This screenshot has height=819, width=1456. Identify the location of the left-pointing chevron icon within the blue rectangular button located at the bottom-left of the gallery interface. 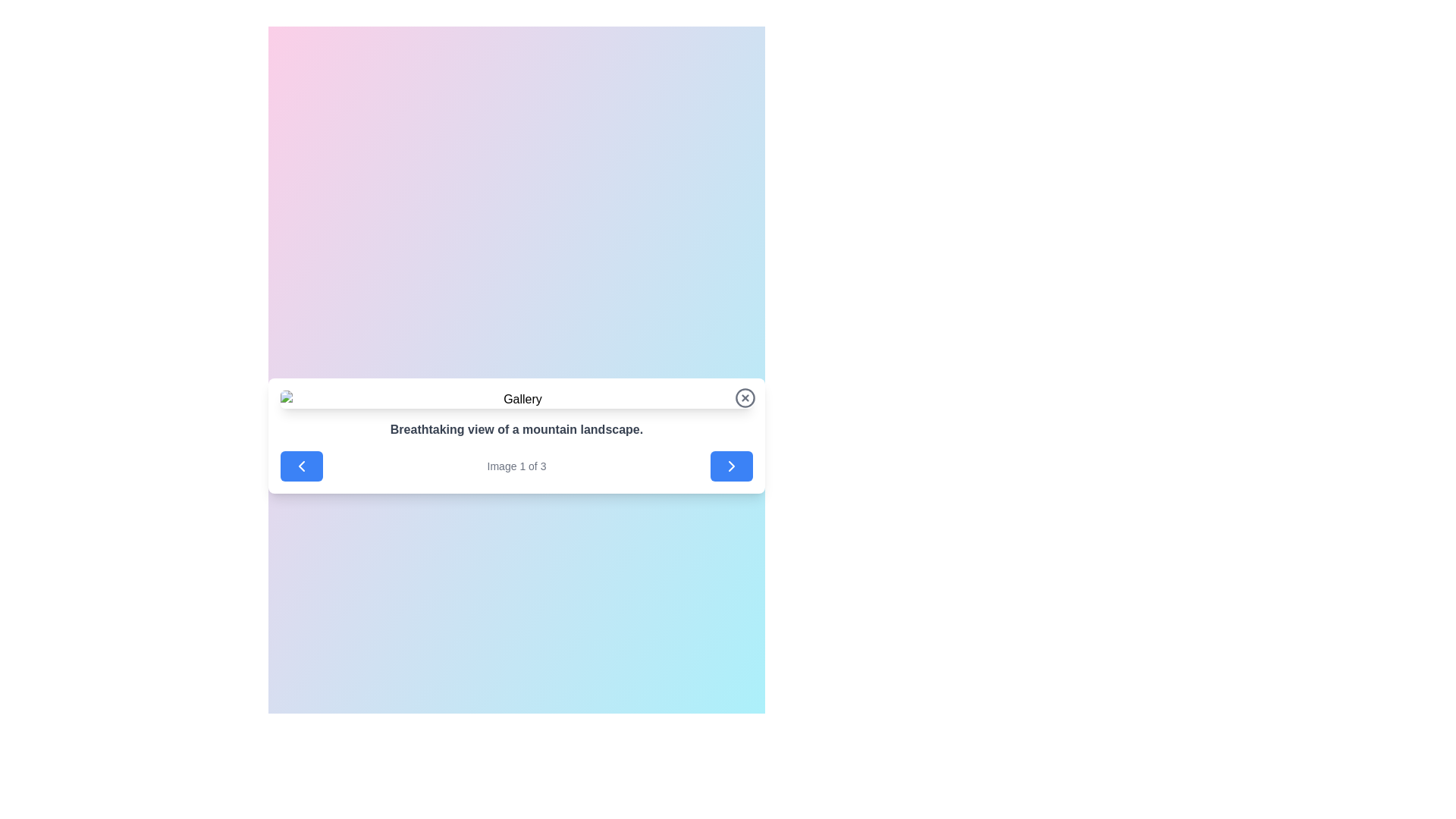
(302, 465).